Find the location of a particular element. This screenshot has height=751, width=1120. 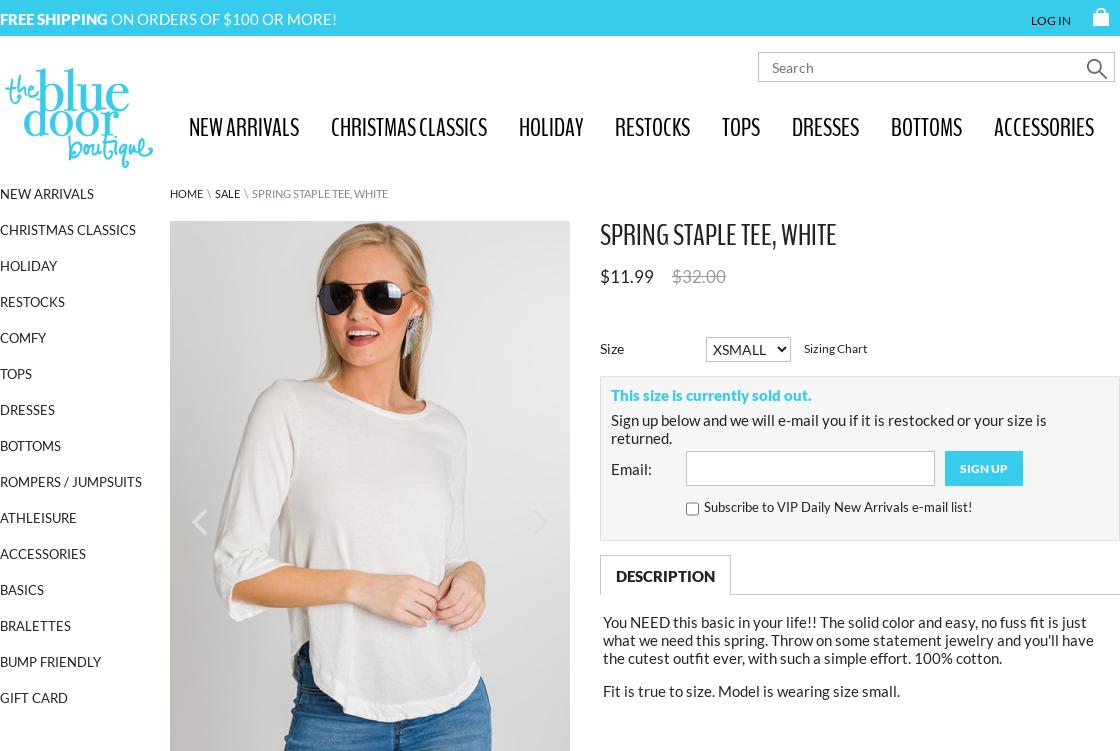

'Tops' is located at coordinates (16, 373).